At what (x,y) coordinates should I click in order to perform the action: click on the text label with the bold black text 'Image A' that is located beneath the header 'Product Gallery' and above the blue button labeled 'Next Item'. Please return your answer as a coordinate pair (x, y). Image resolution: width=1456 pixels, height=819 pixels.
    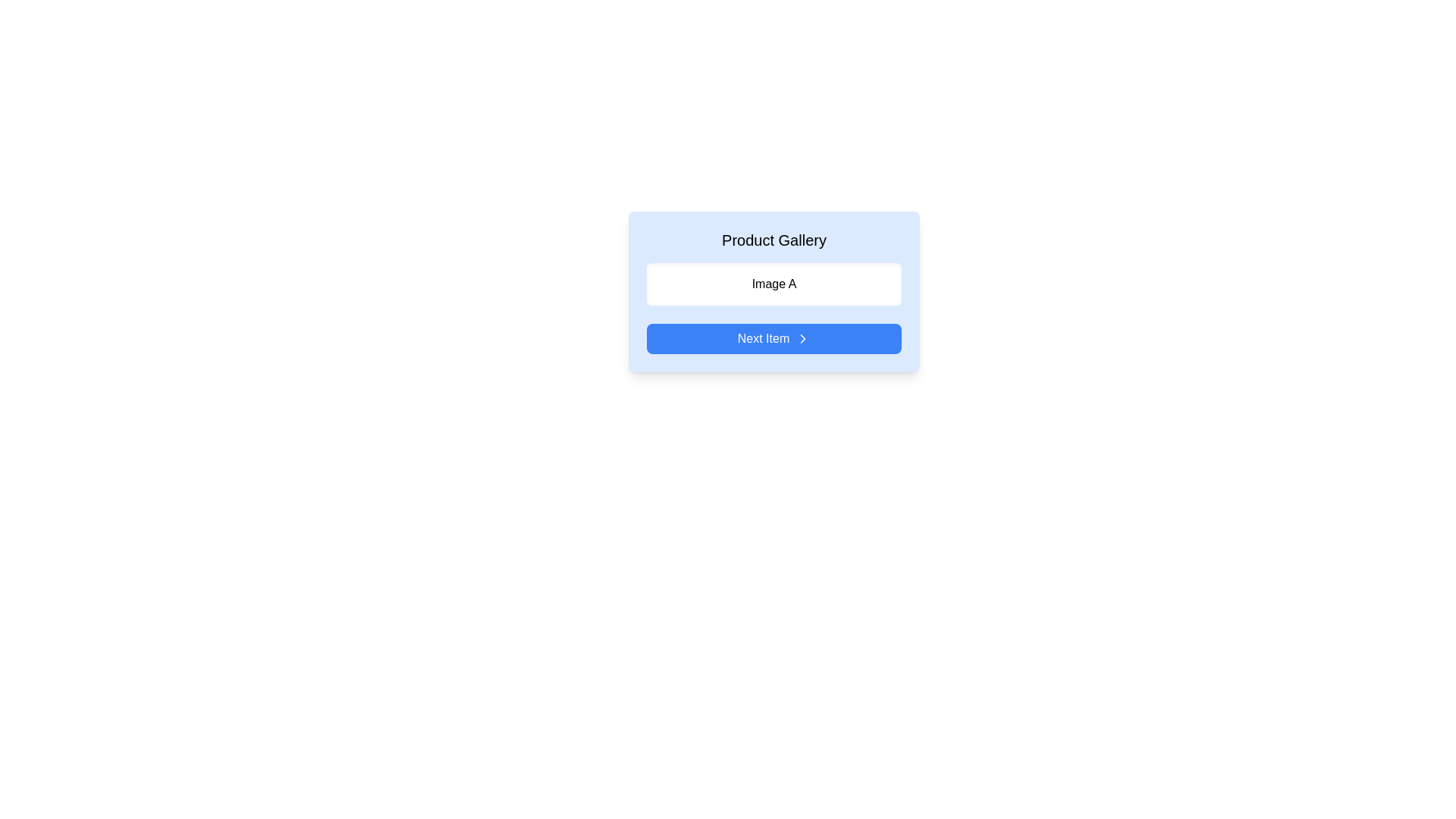
    Looking at the image, I should click on (774, 284).